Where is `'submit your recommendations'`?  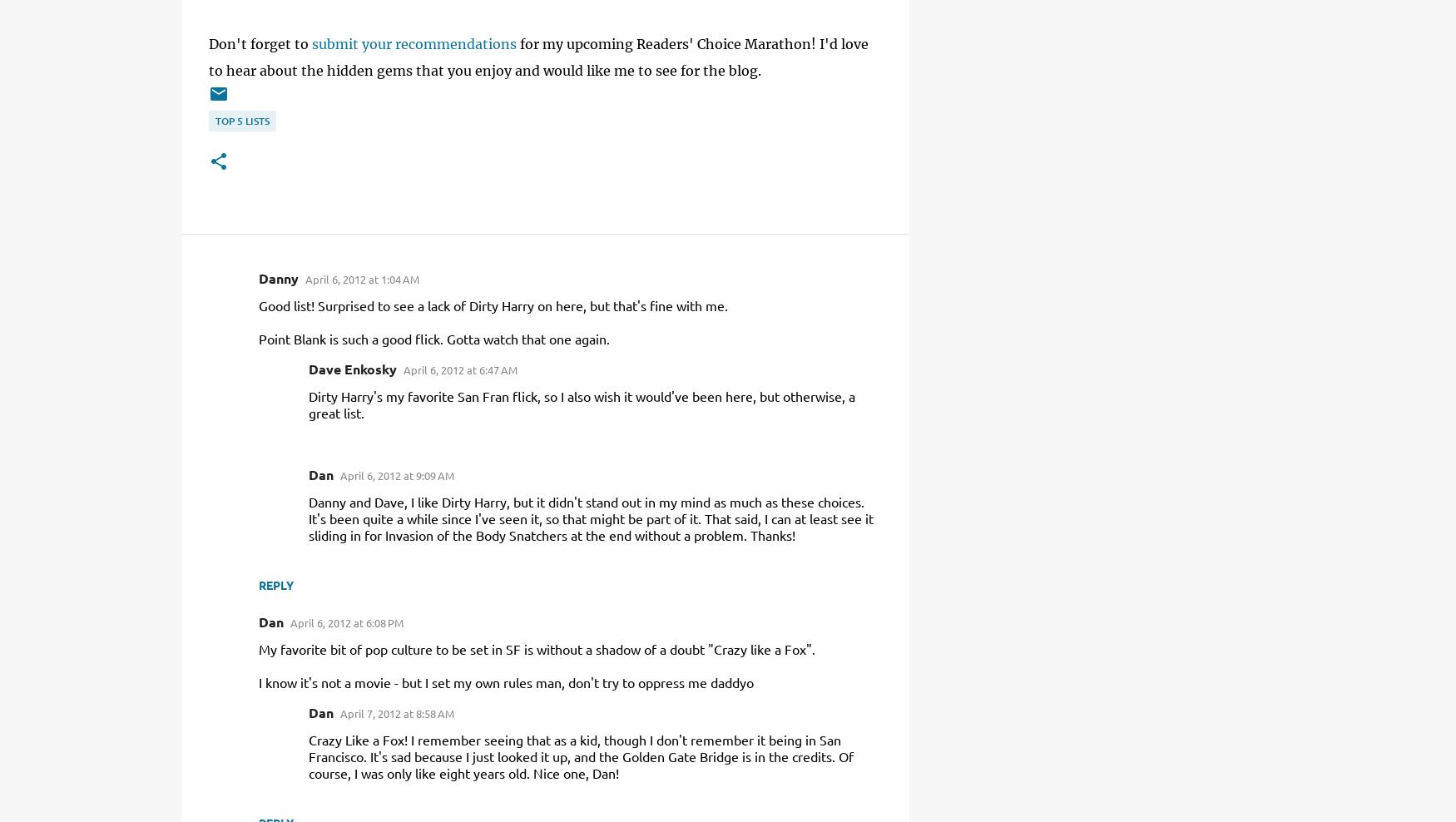
'submit your recommendations' is located at coordinates (414, 42).